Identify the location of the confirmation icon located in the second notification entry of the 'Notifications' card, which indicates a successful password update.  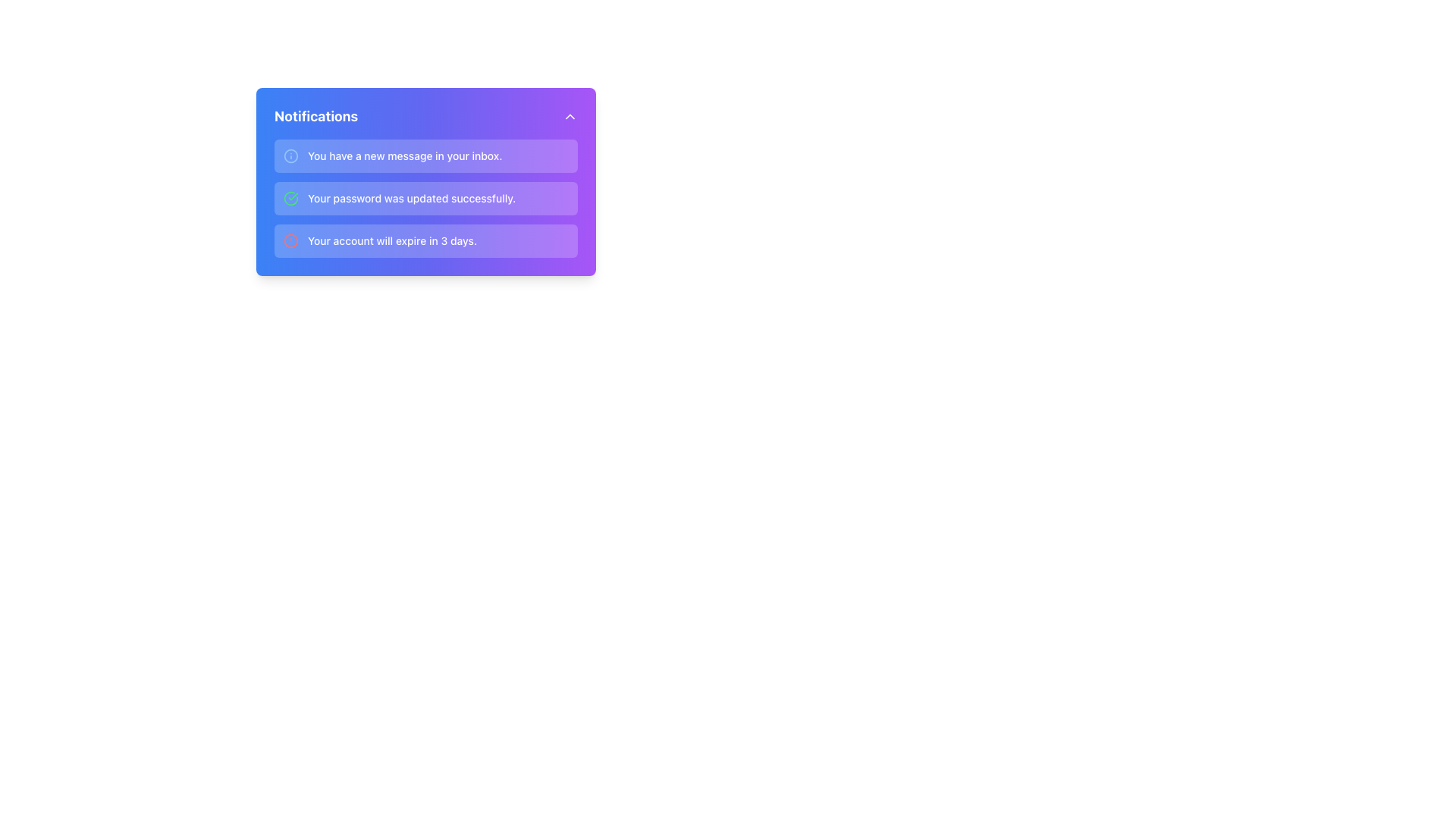
(291, 198).